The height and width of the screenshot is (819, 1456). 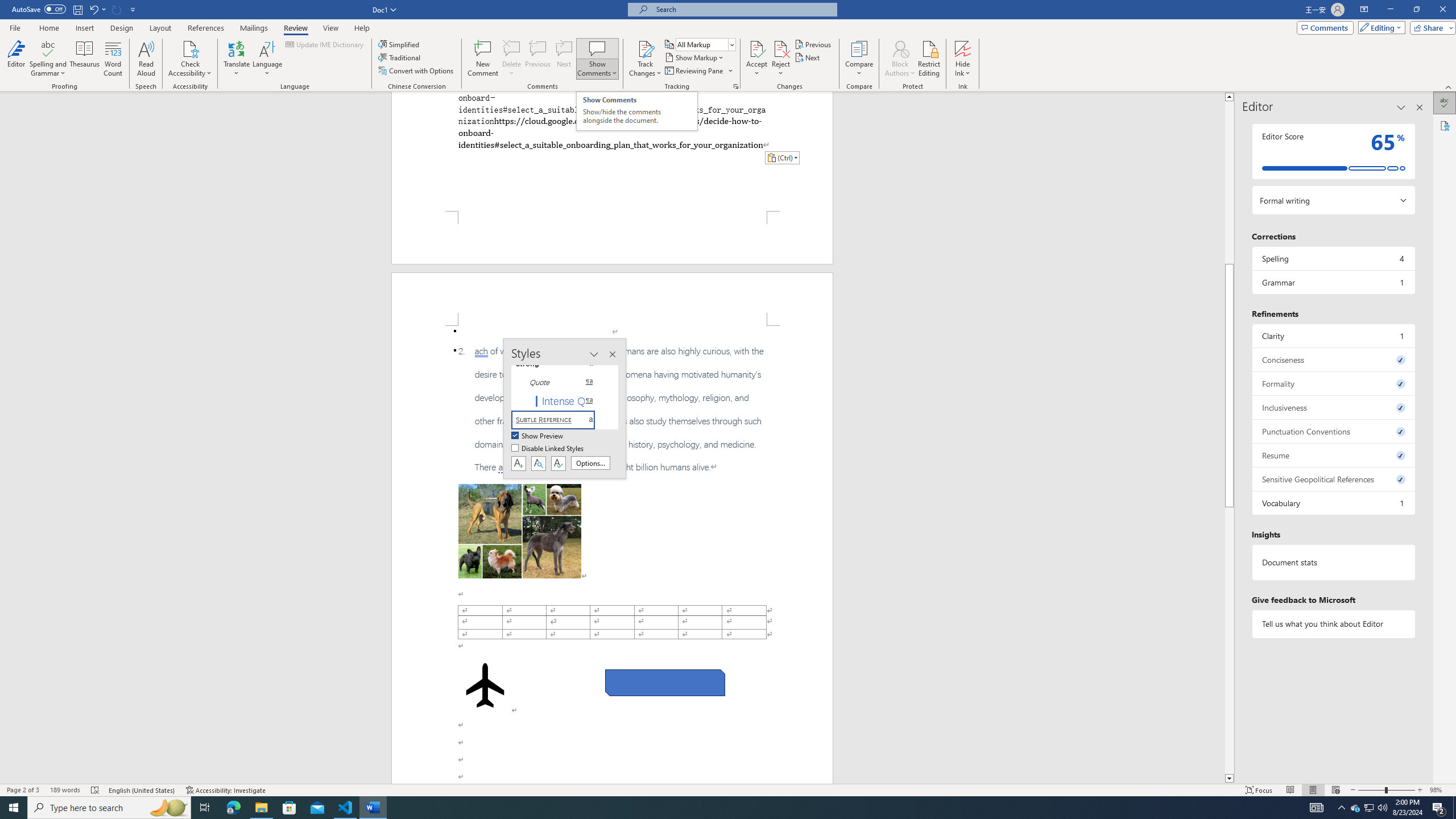 What do you see at coordinates (644, 48) in the screenshot?
I see `'Track Changes'` at bounding box center [644, 48].